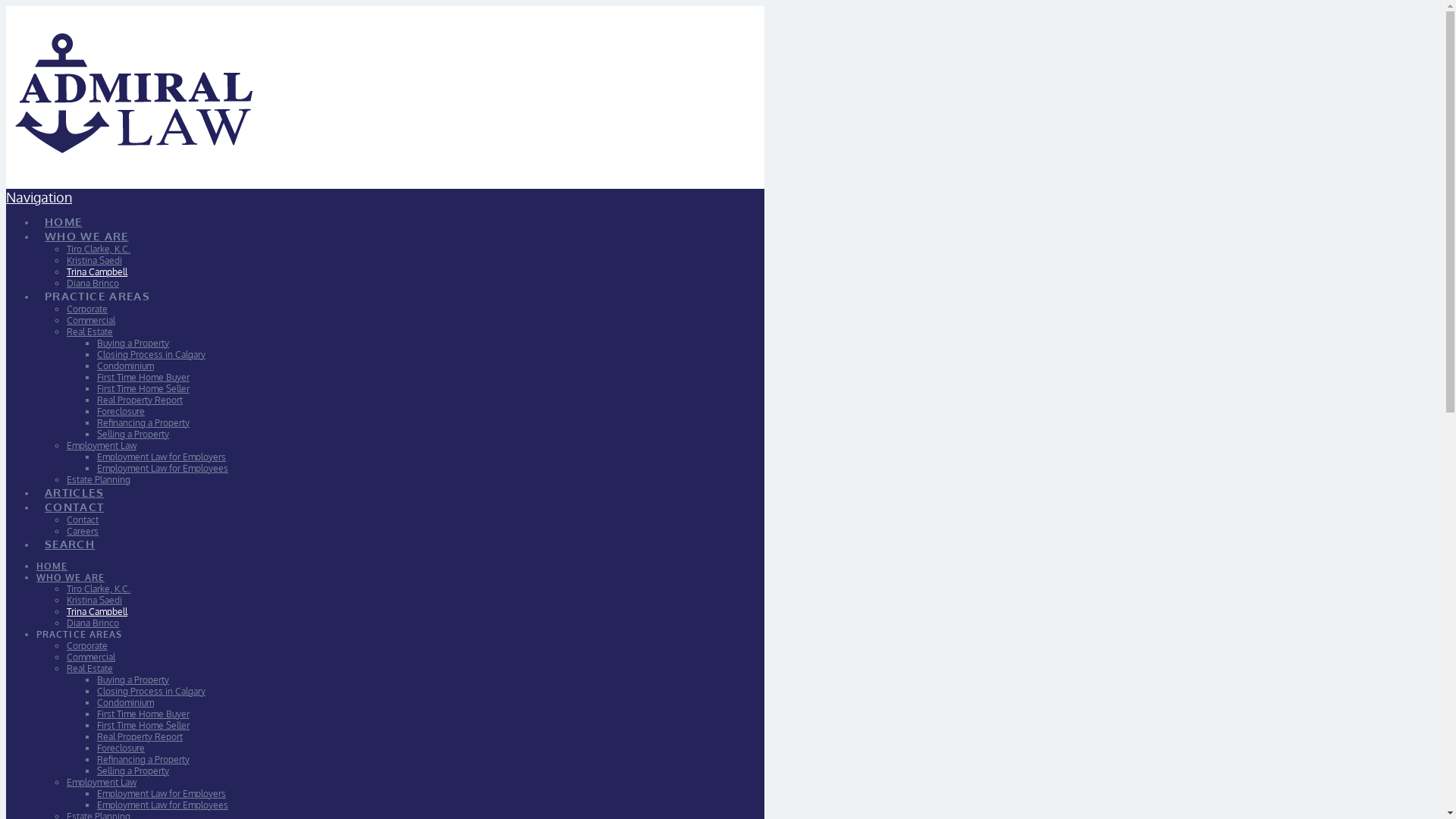 This screenshot has width=1456, height=819. I want to click on 'WHO WE ARE', so click(85, 227).